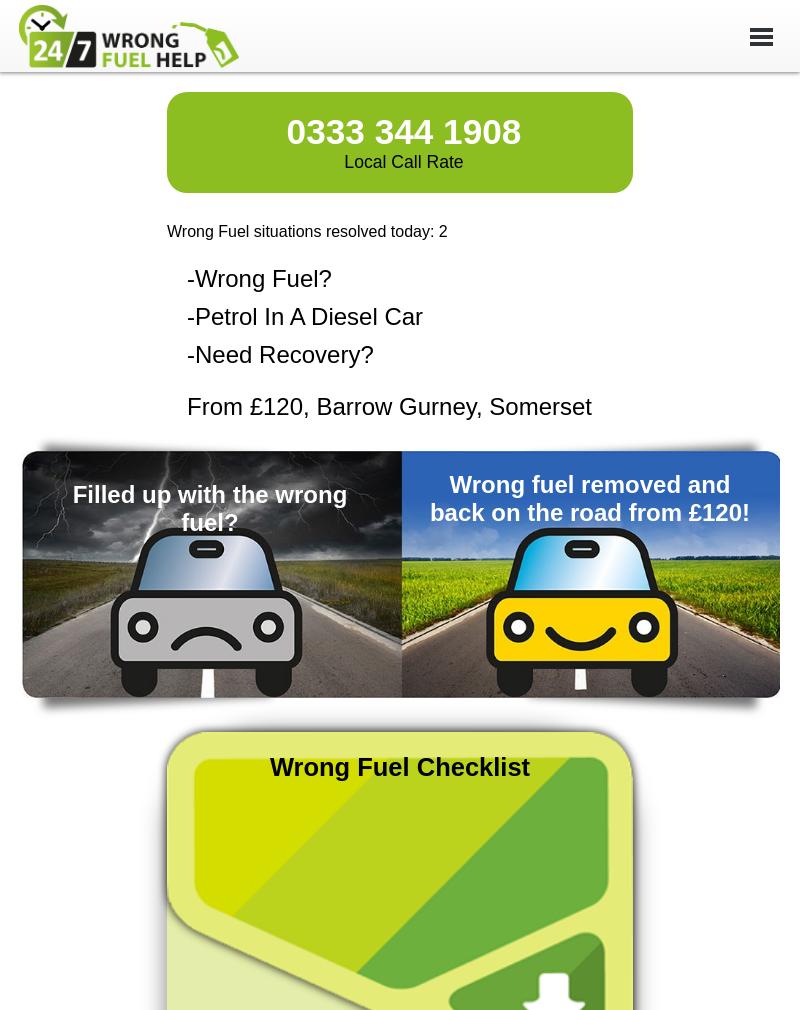  I want to click on 'Petrol In A Diesel Car', so click(308, 316).